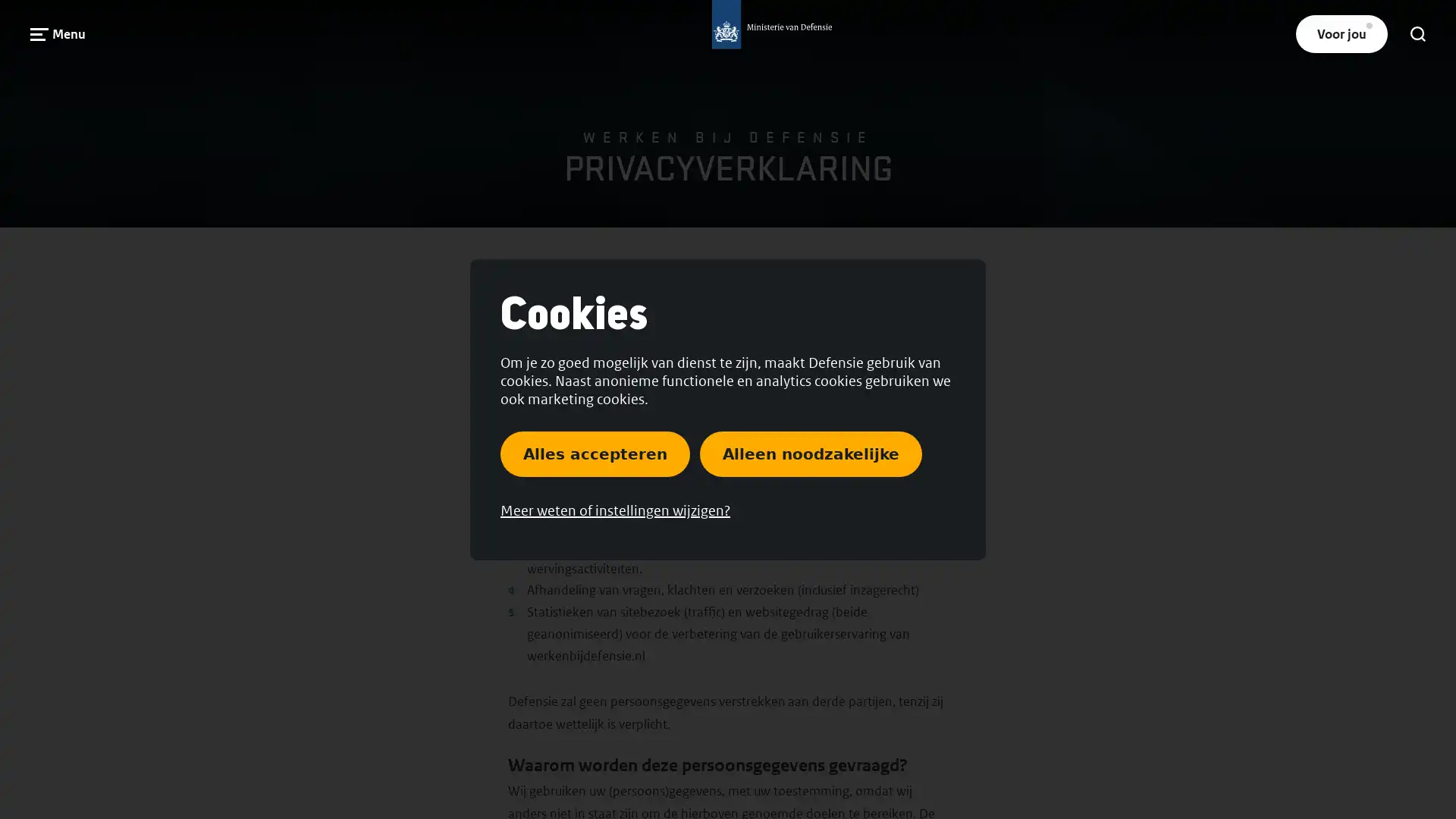 This screenshot has width=1456, height=819. What do you see at coordinates (810, 452) in the screenshot?
I see `Alleen noodzakelijke` at bounding box center [810, 452].